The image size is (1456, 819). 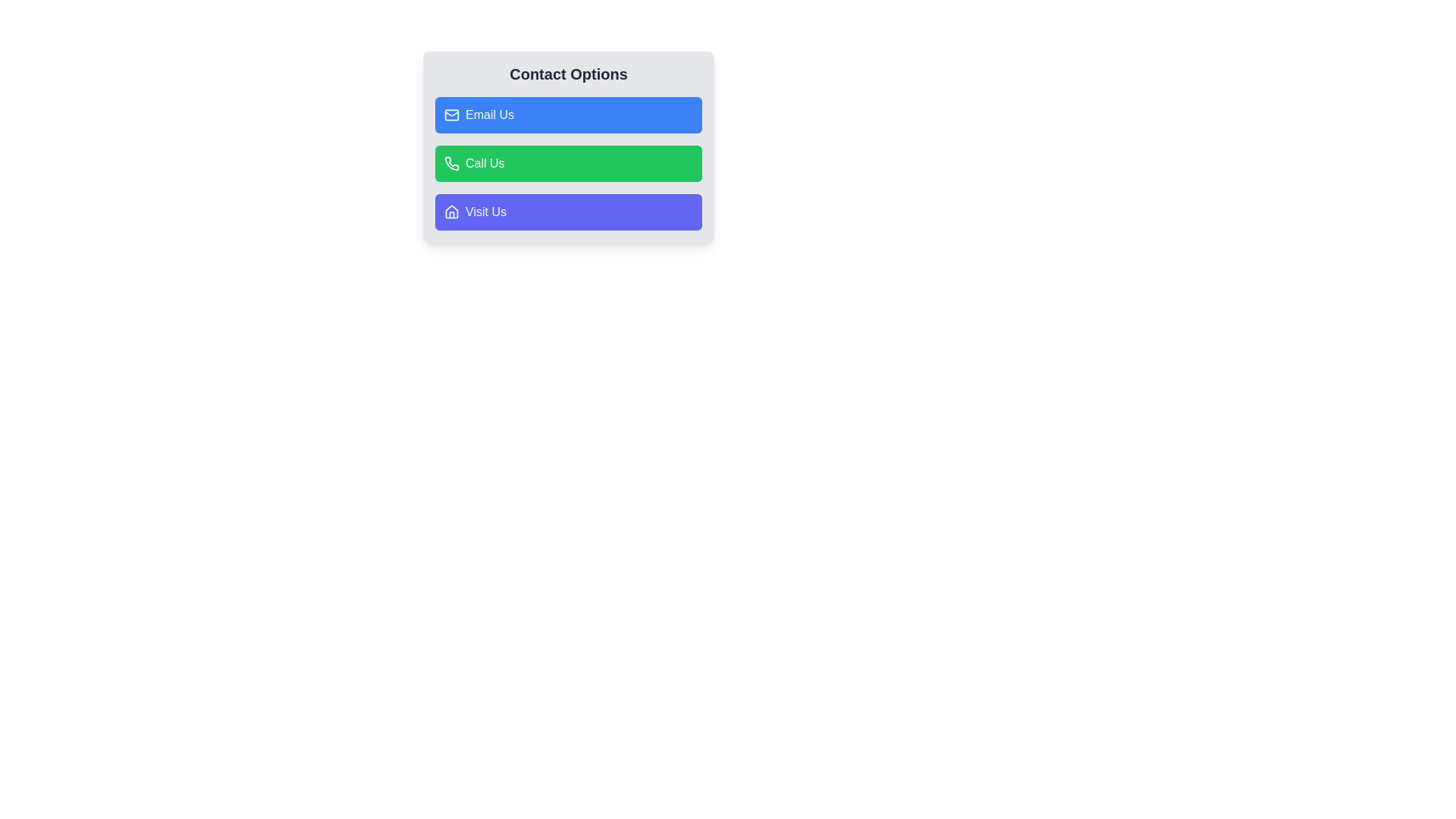 What do you see at coordinates (450, 212) in the screenshot?
I see `the small house-shaped icon located to the left of the 'Visit Us' text within the button at the bottom of the contact options section` at bounding box center [450, 212].